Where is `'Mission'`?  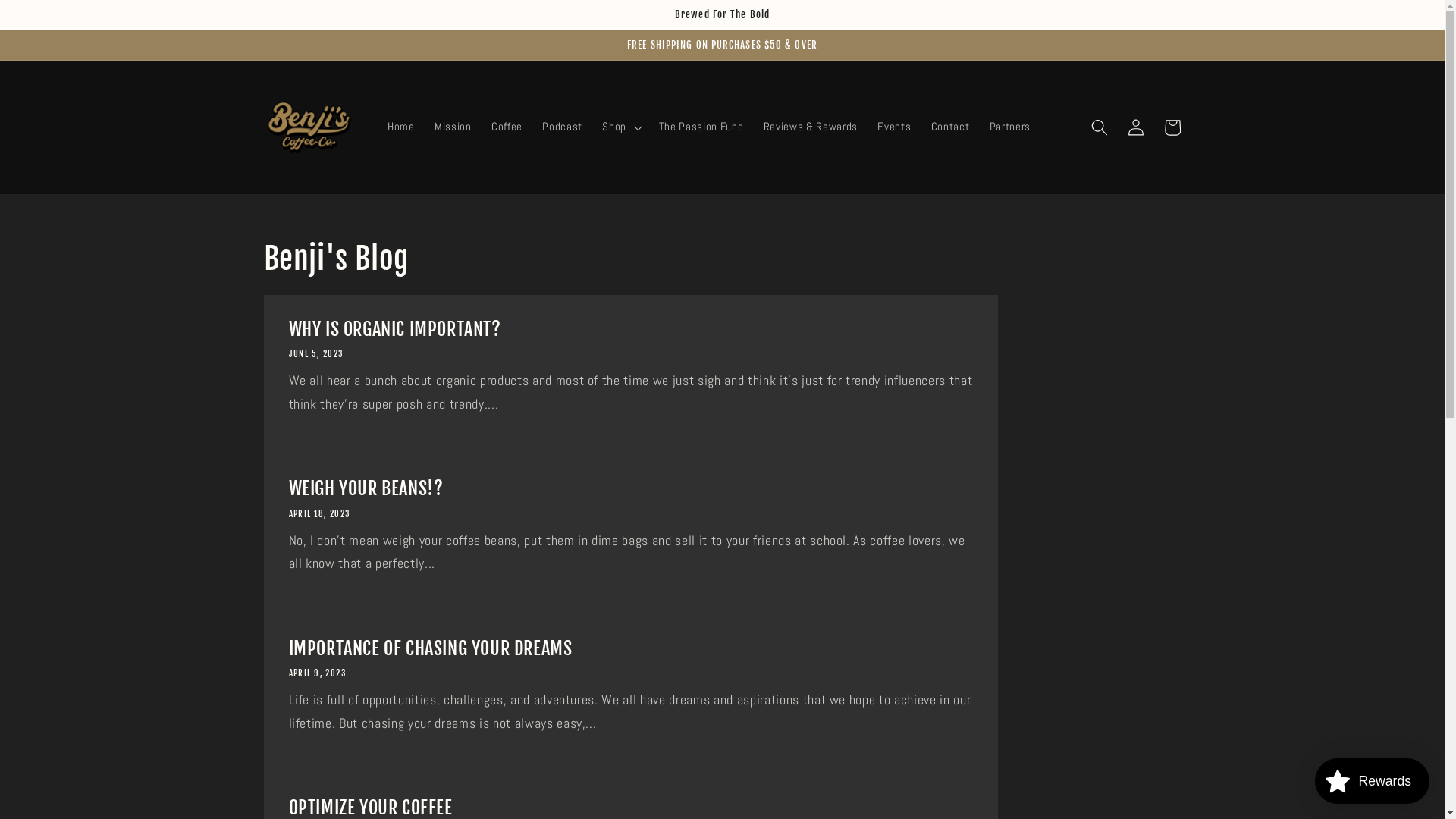 'Mission' is located at coordinates (452, 127).